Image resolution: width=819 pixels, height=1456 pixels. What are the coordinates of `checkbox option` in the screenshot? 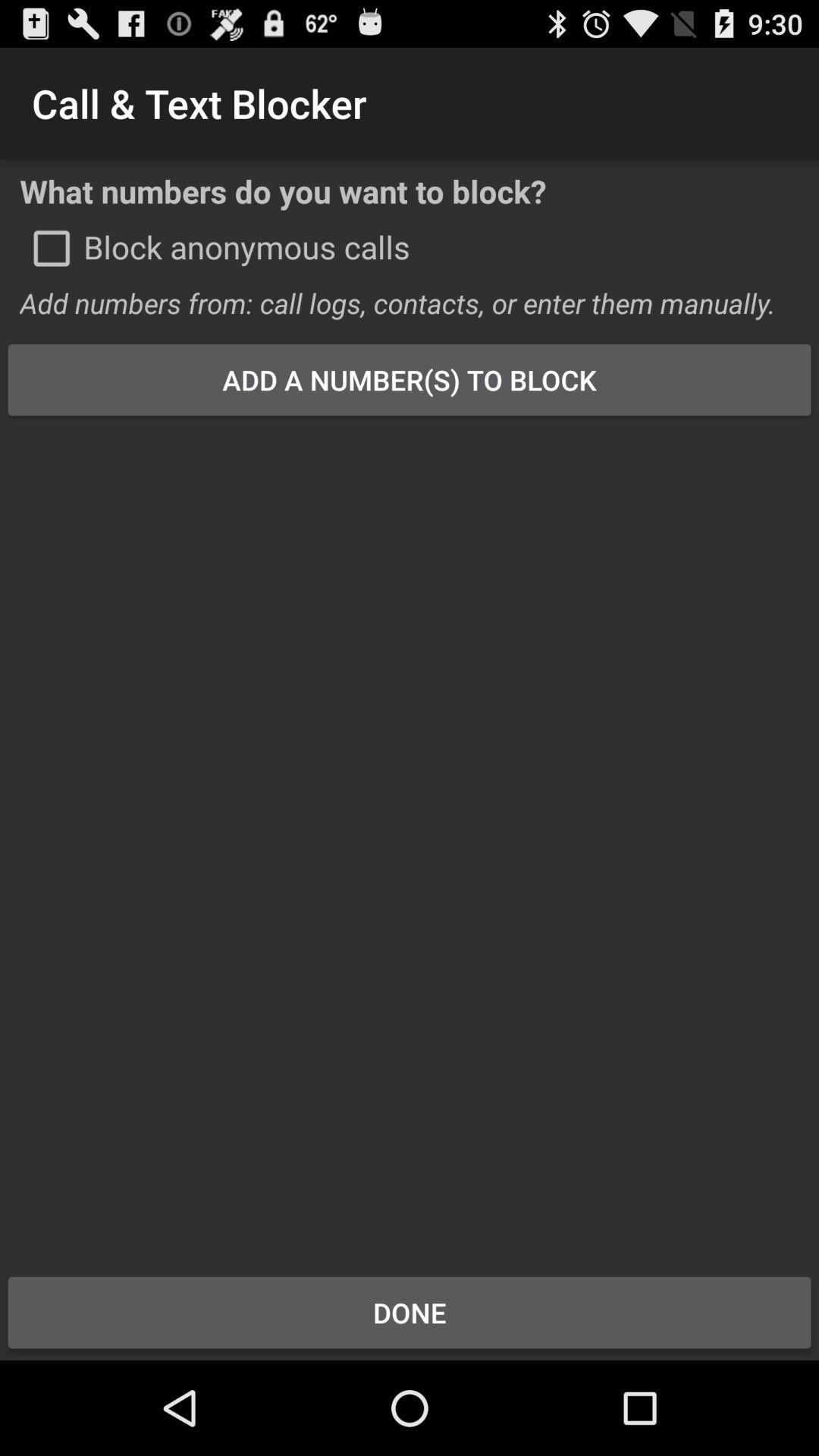 It's located at (51, 248).